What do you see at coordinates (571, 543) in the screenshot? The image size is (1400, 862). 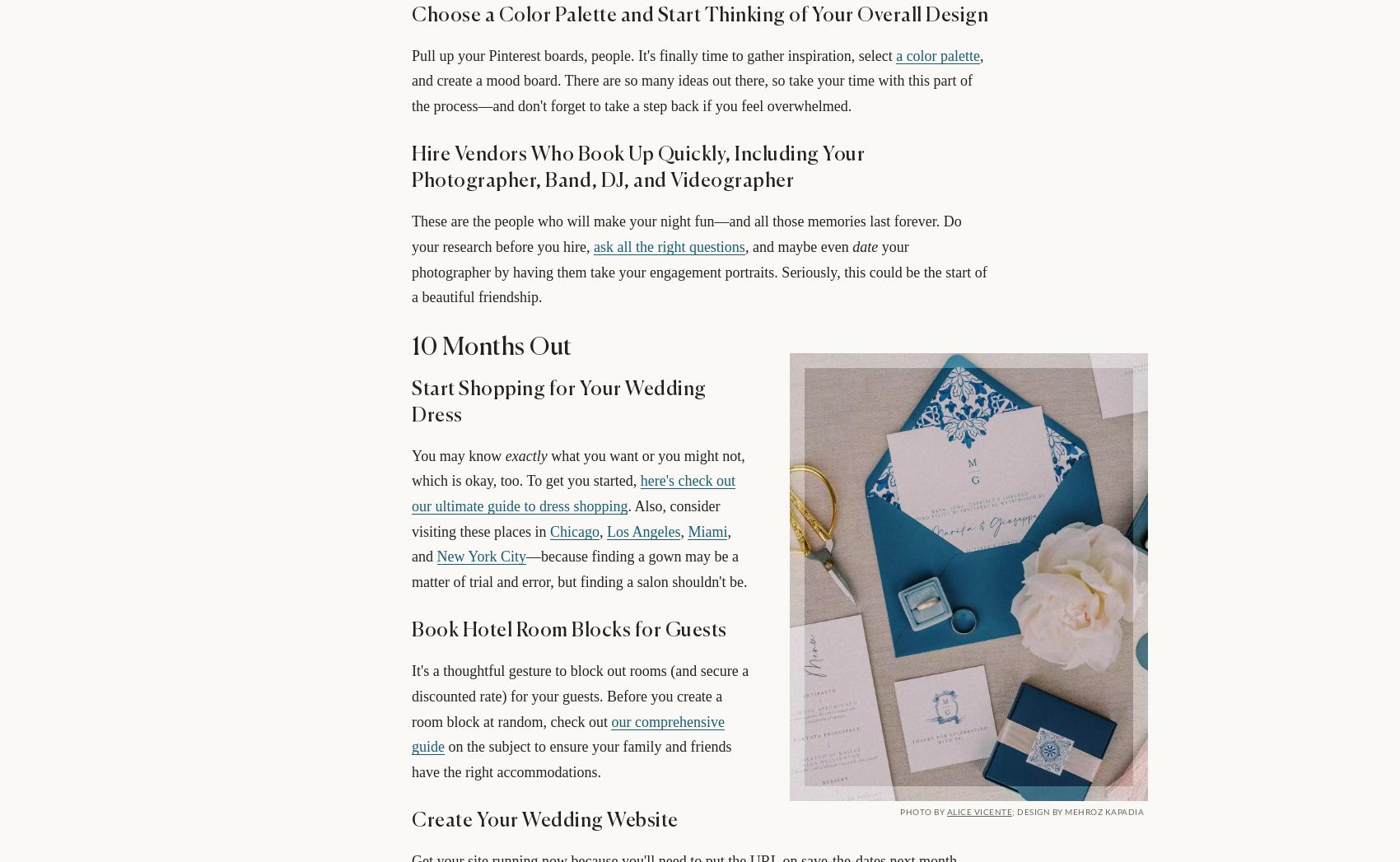 I see `', and'` at bounding box center [571, 543].